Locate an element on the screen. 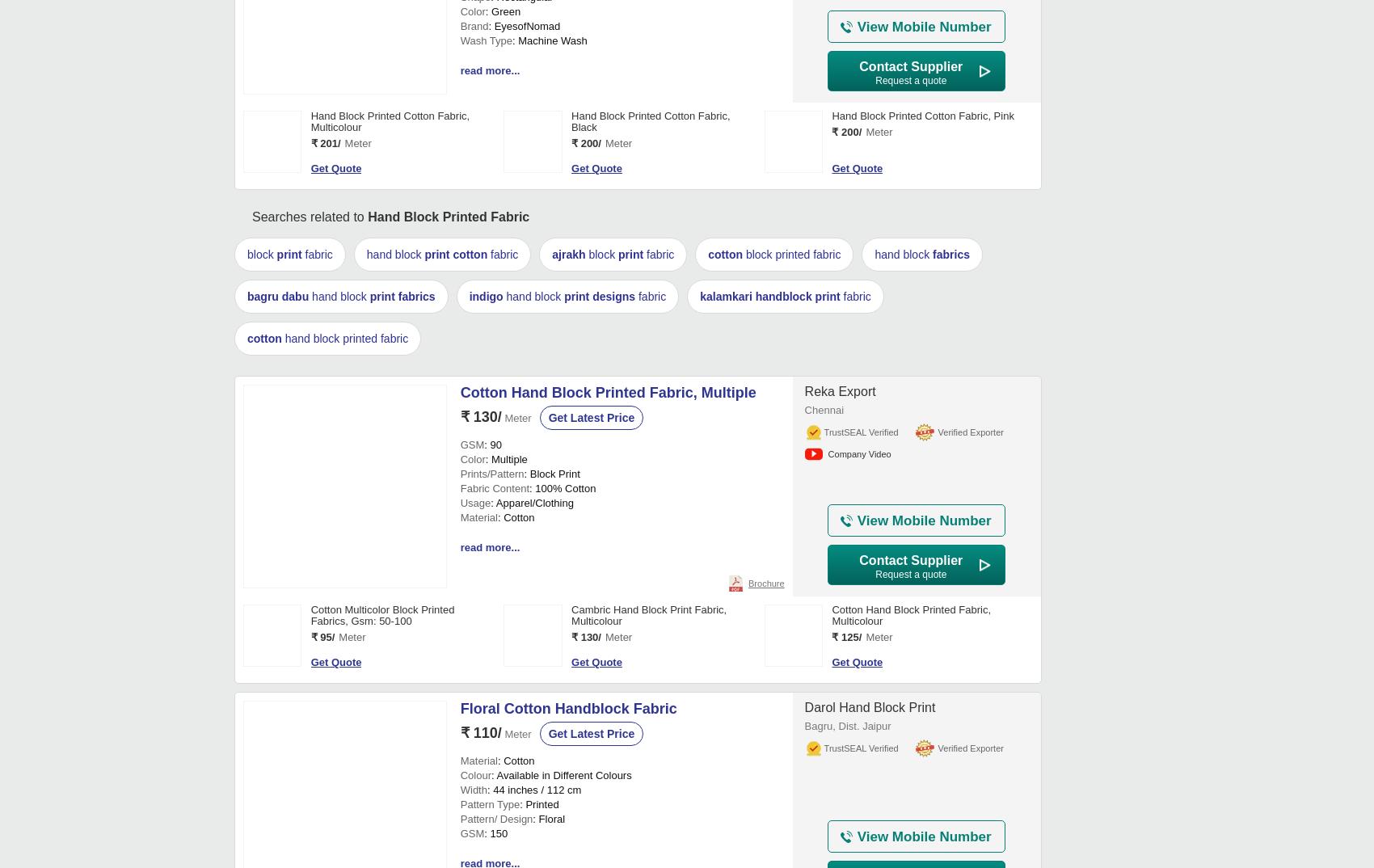  'bagru' is located at coordinates (262, 791).